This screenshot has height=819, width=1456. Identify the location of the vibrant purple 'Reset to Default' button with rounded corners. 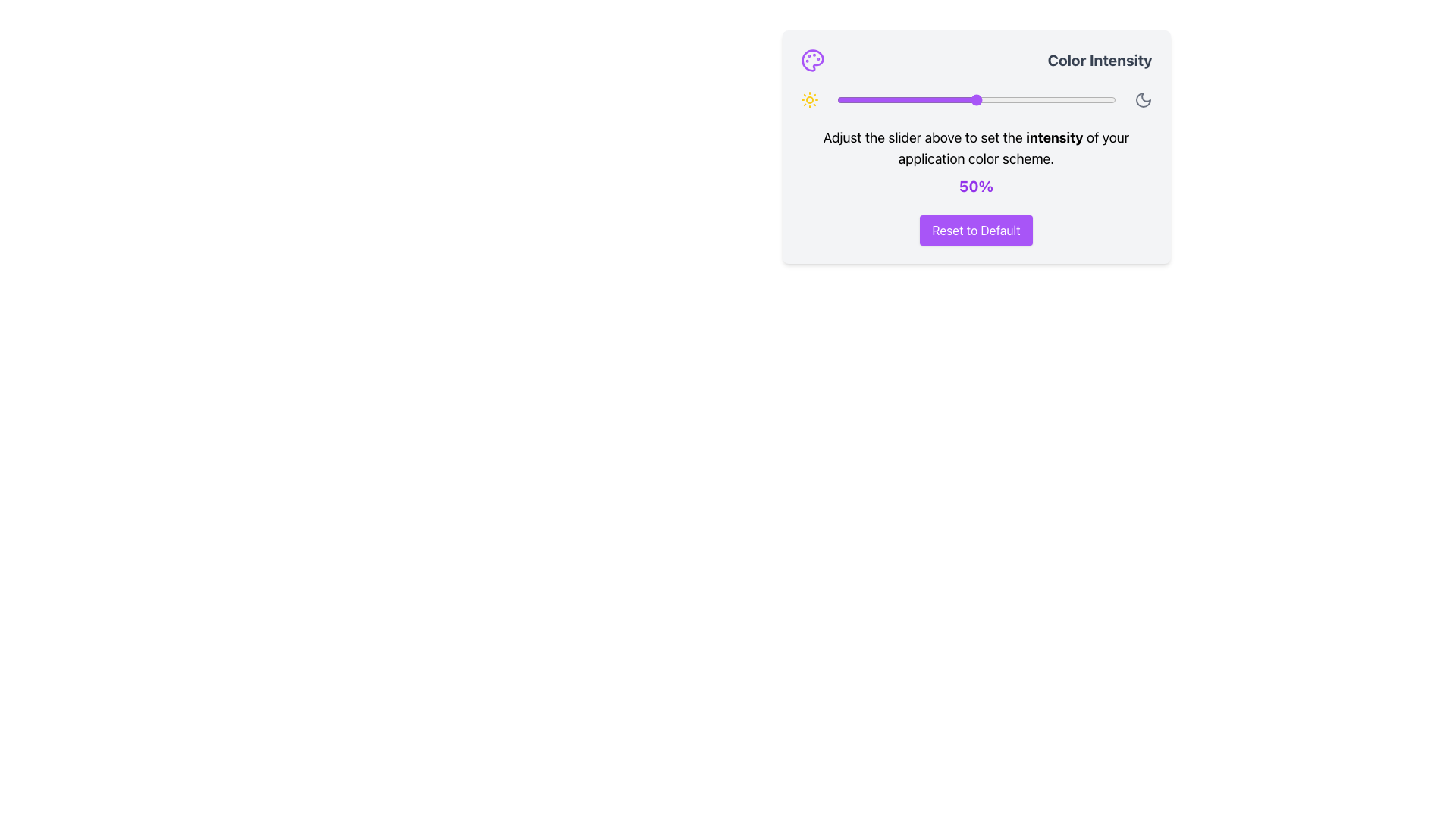
(976, 231).